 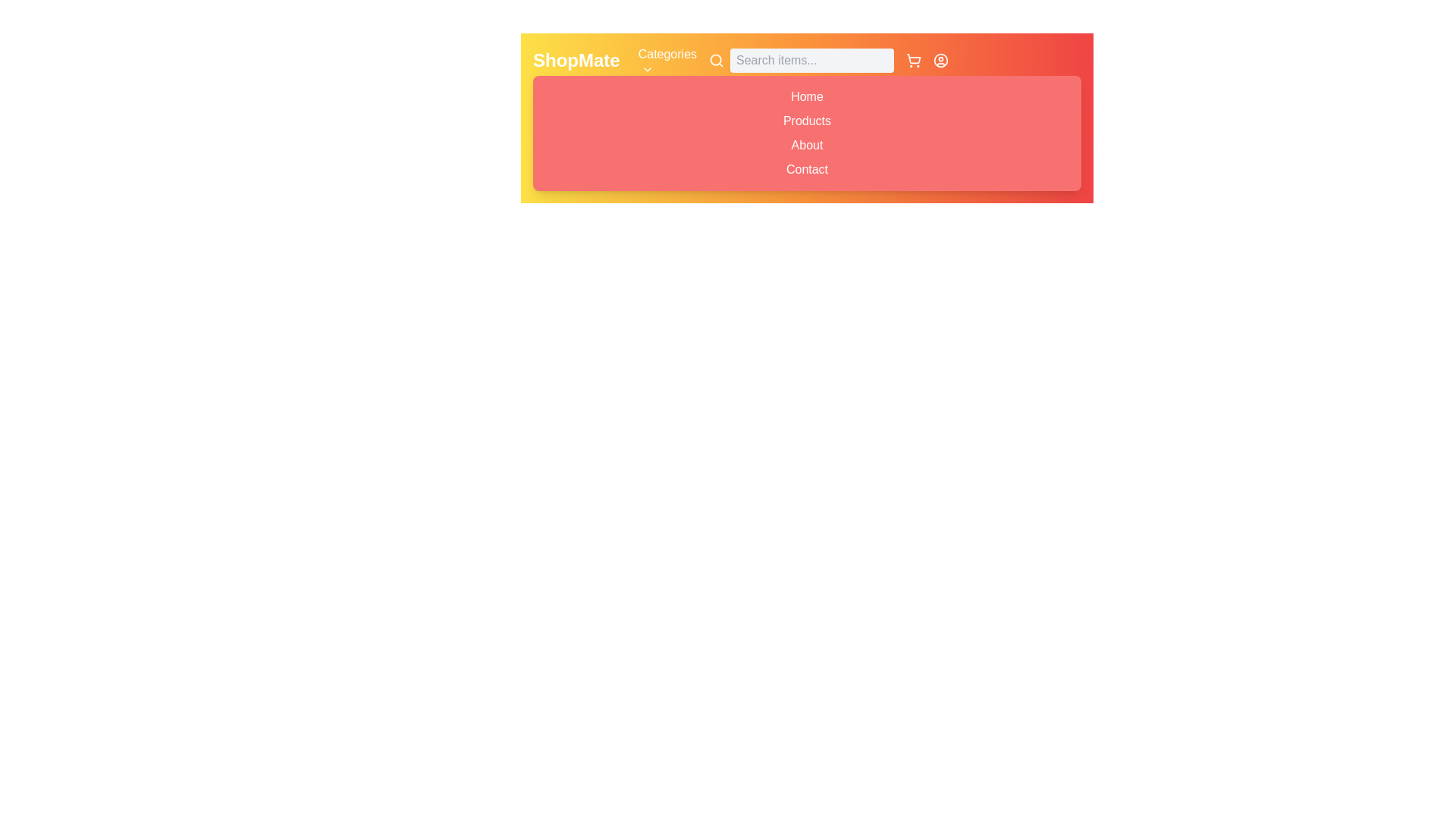 I want to click on the profile/account icon located at the top-right of the navigation bar, so click(x=940, y=60).